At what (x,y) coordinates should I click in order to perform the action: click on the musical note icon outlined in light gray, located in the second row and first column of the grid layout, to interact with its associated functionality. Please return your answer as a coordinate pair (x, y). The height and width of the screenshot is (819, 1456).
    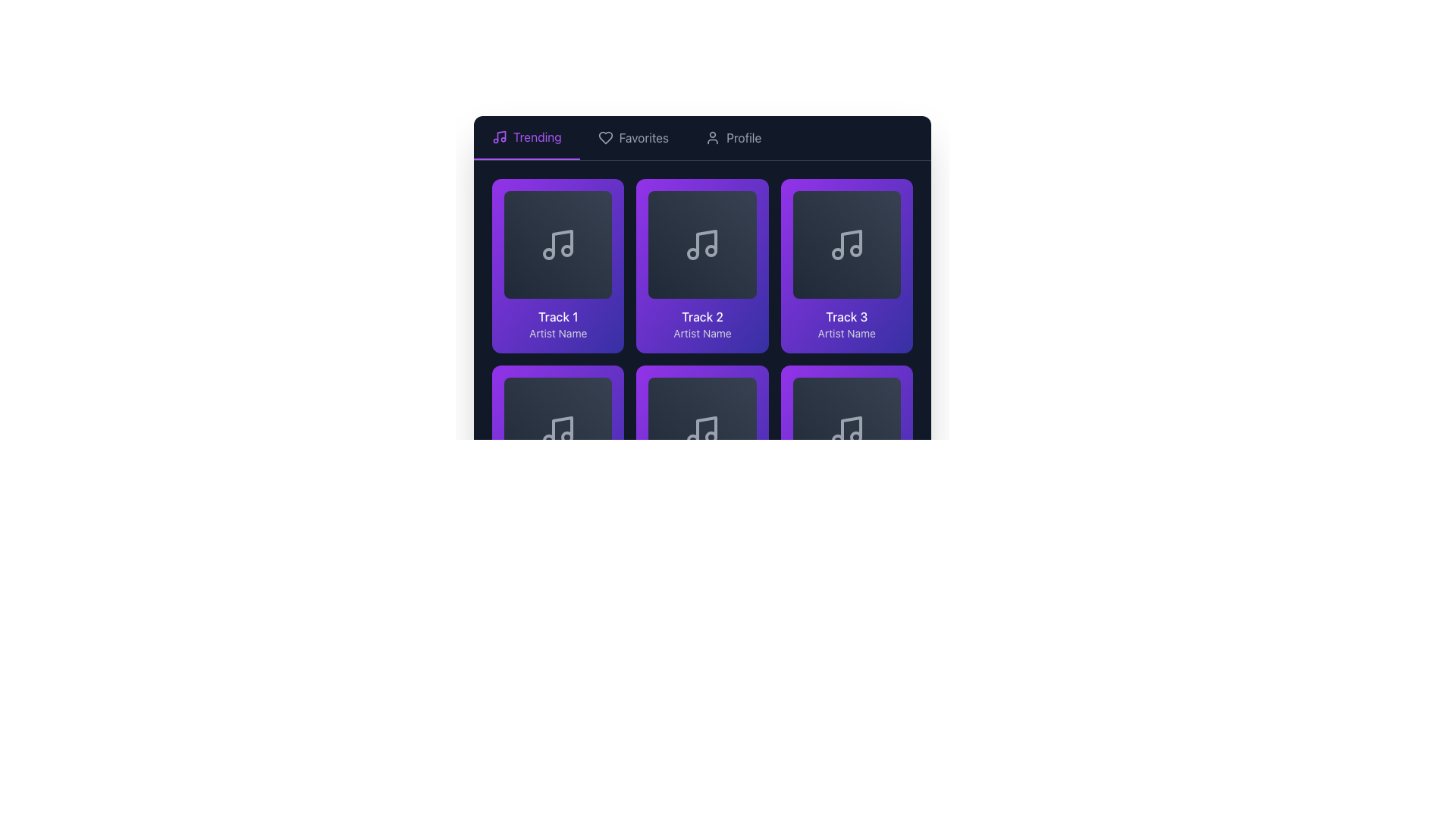
    Looking at the image, I should click on (557, 431).